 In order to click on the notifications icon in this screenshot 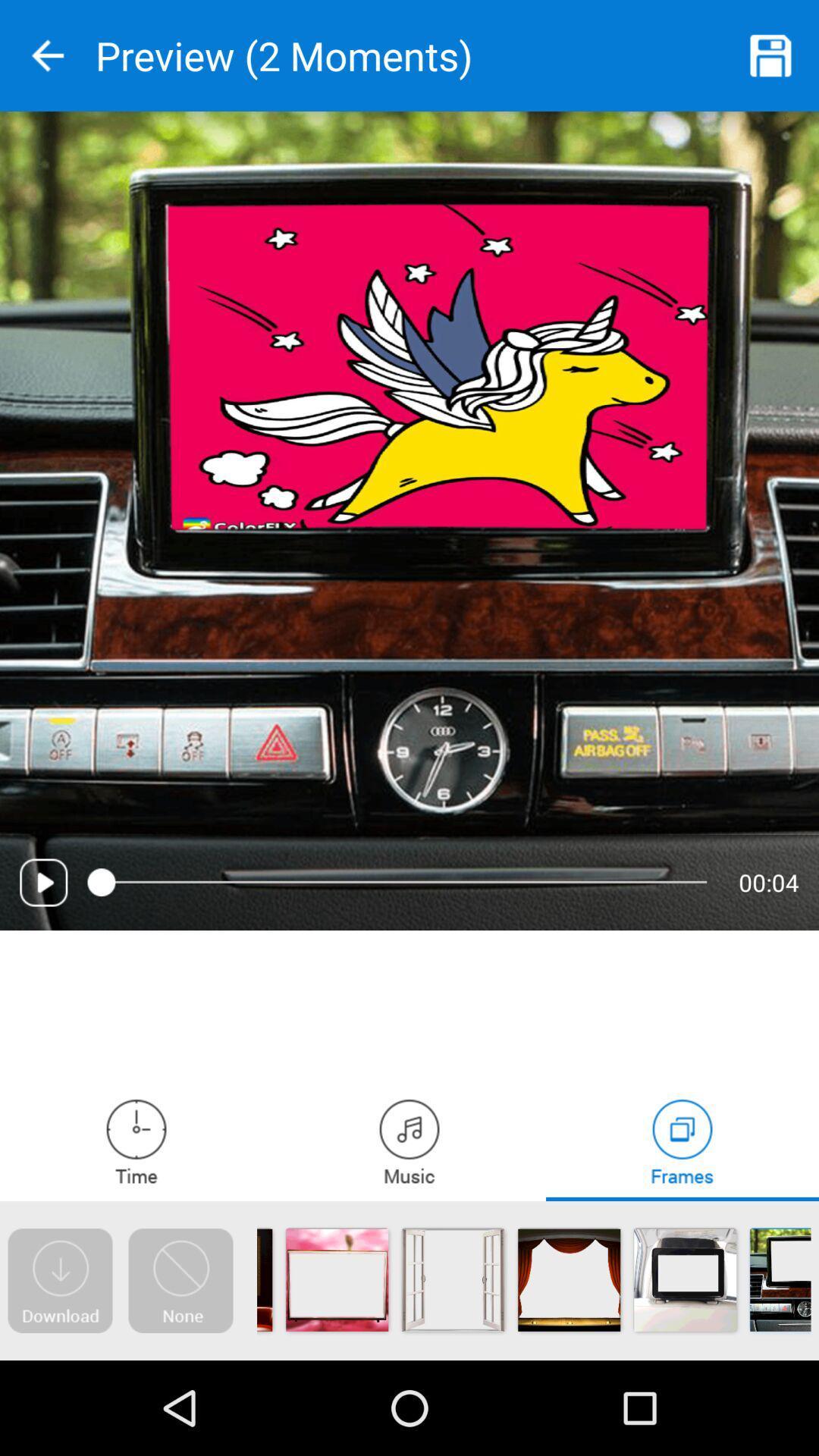, I will do `click(180, 1280)`.